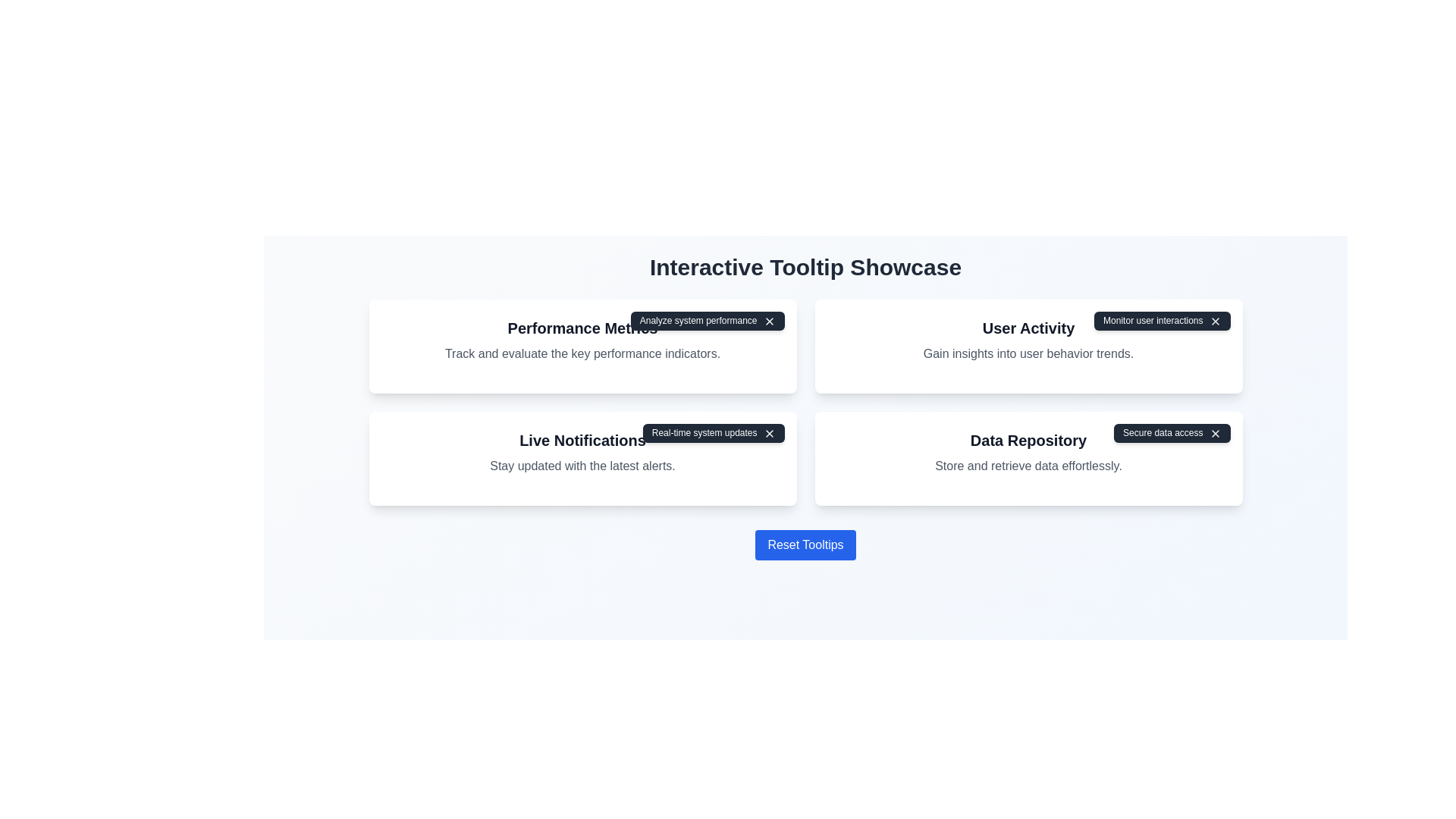 This screenshot has height=819, width=1456. I want to click on the Close button located in the top right corner of the 'Analyze system performance' tooltip, so click(769, 320).